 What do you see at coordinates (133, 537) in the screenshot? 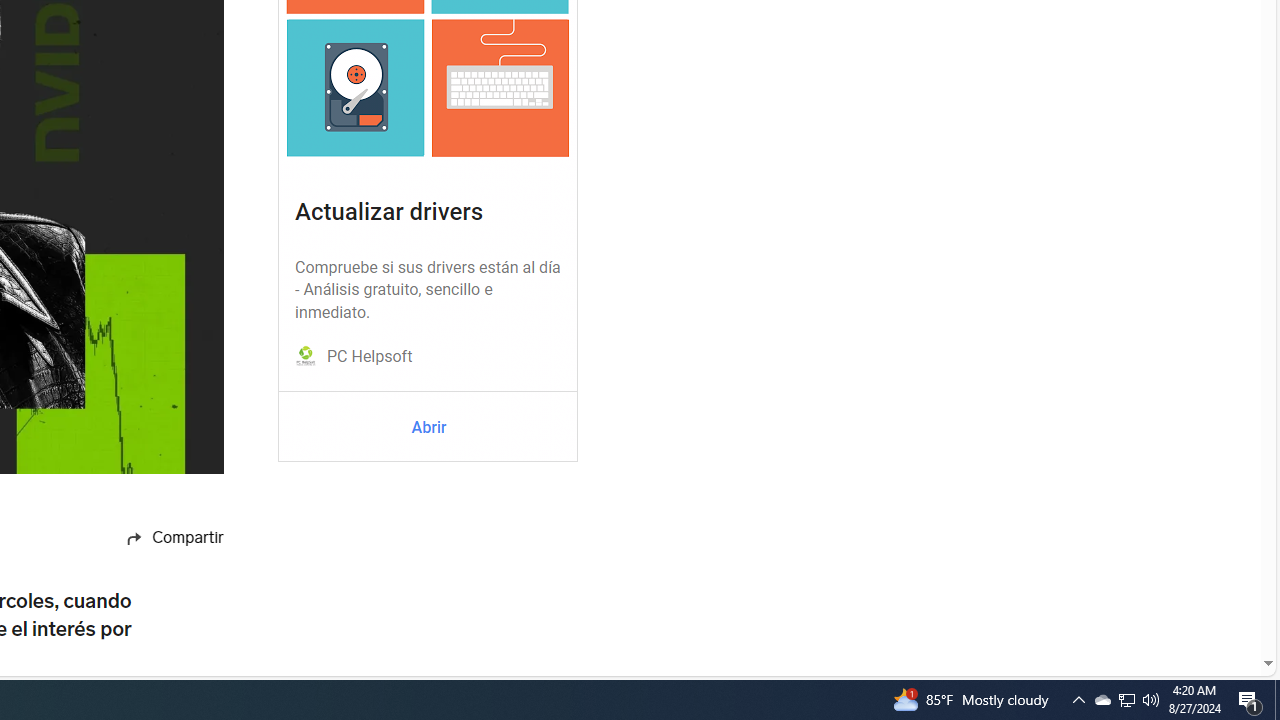
I see `'Share icon'` at bounding box center [133, 537].